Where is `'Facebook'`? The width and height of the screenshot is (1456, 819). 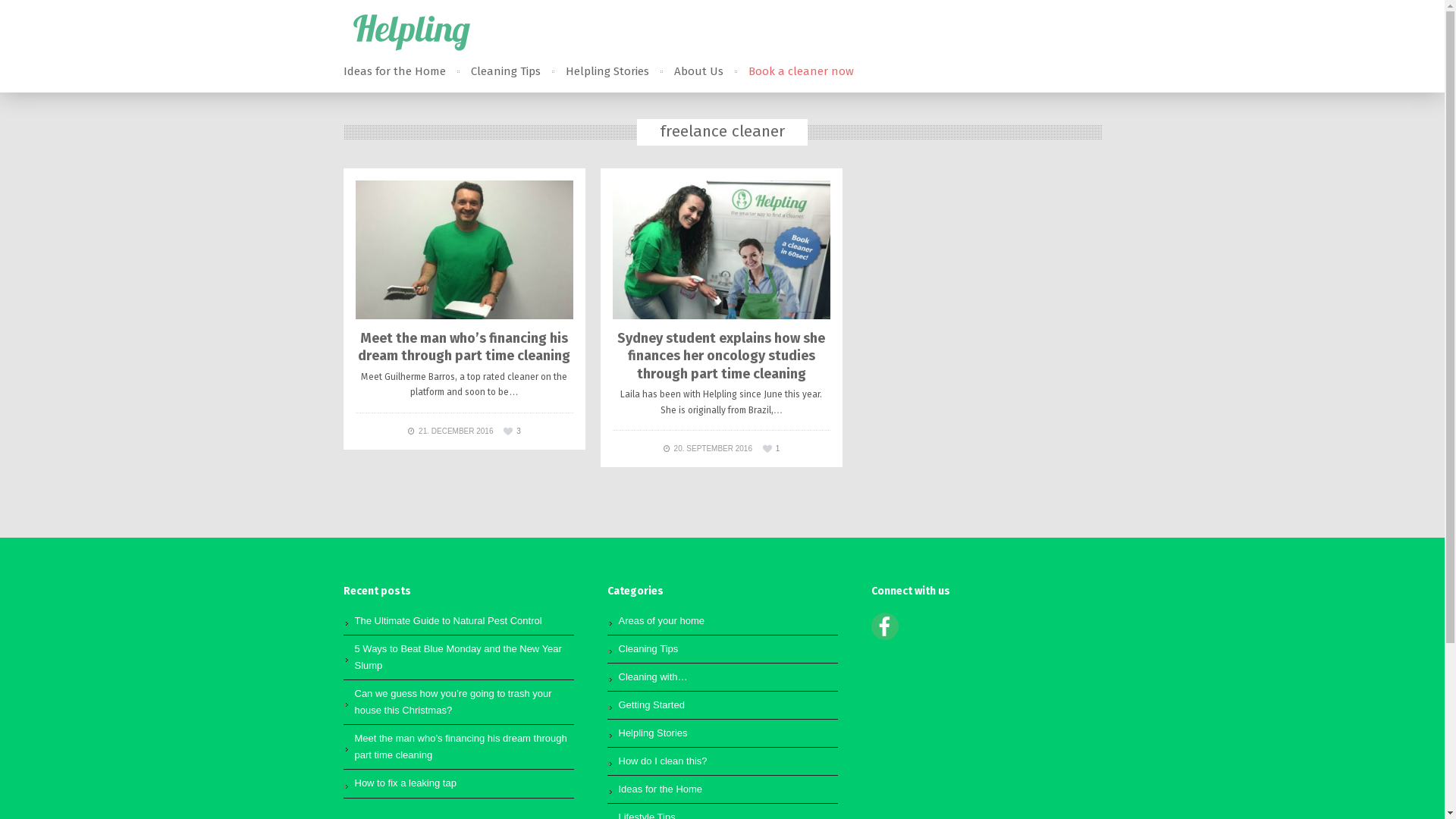
'Facebook' is located at coordinates (884, 636).